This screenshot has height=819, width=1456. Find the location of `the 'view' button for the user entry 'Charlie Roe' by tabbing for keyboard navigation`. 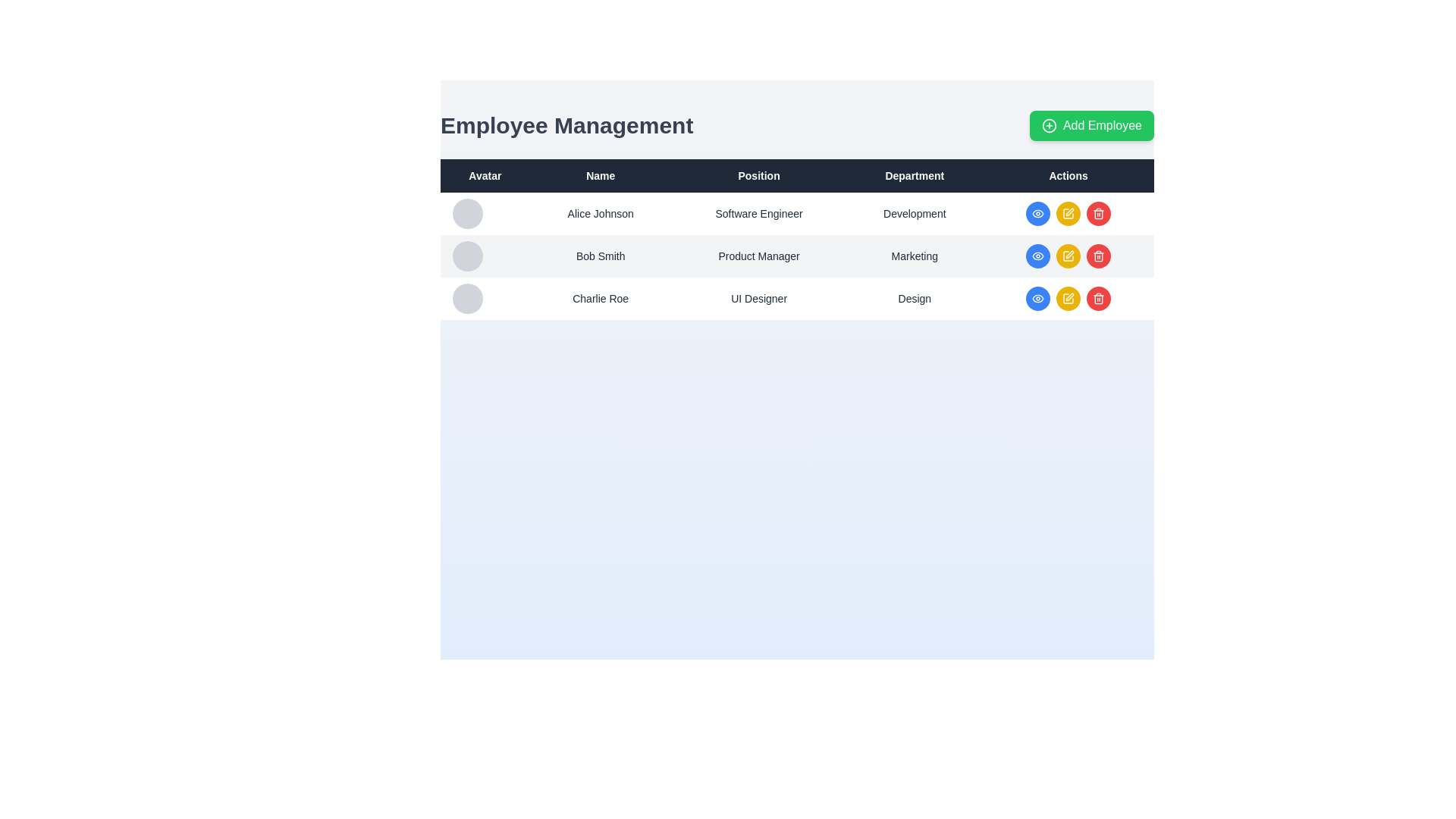

the 'view' button for the user entry 'Charlie Roe' by tabbing for keyboard navigation is located at coordinates (1037, 298).